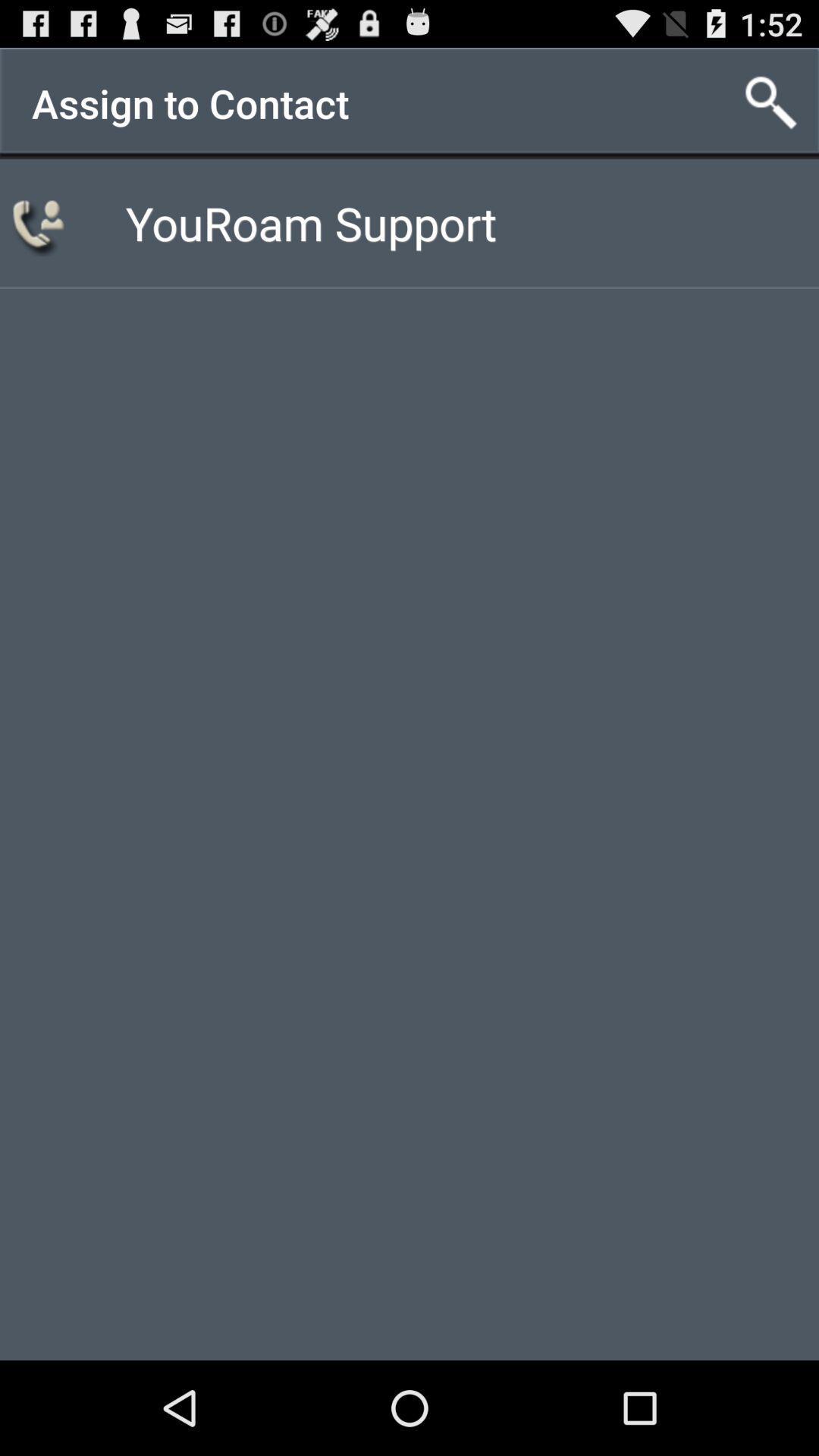 This screenshot has height=1456, width=819. I want to click on icon at the top right corner, so click(771, 102).